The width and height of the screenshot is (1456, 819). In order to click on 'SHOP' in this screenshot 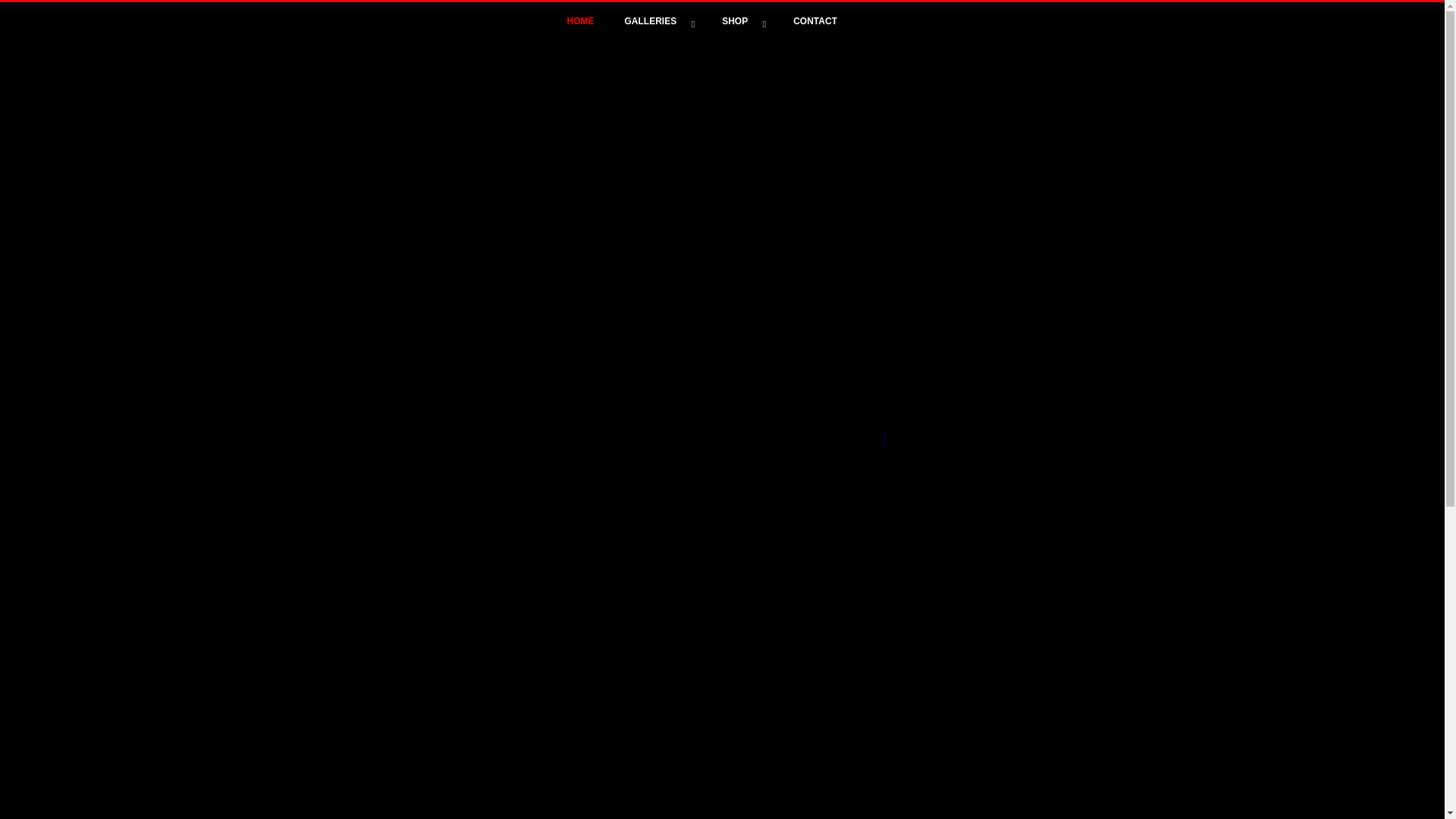, I will do `click(742, 20)`.